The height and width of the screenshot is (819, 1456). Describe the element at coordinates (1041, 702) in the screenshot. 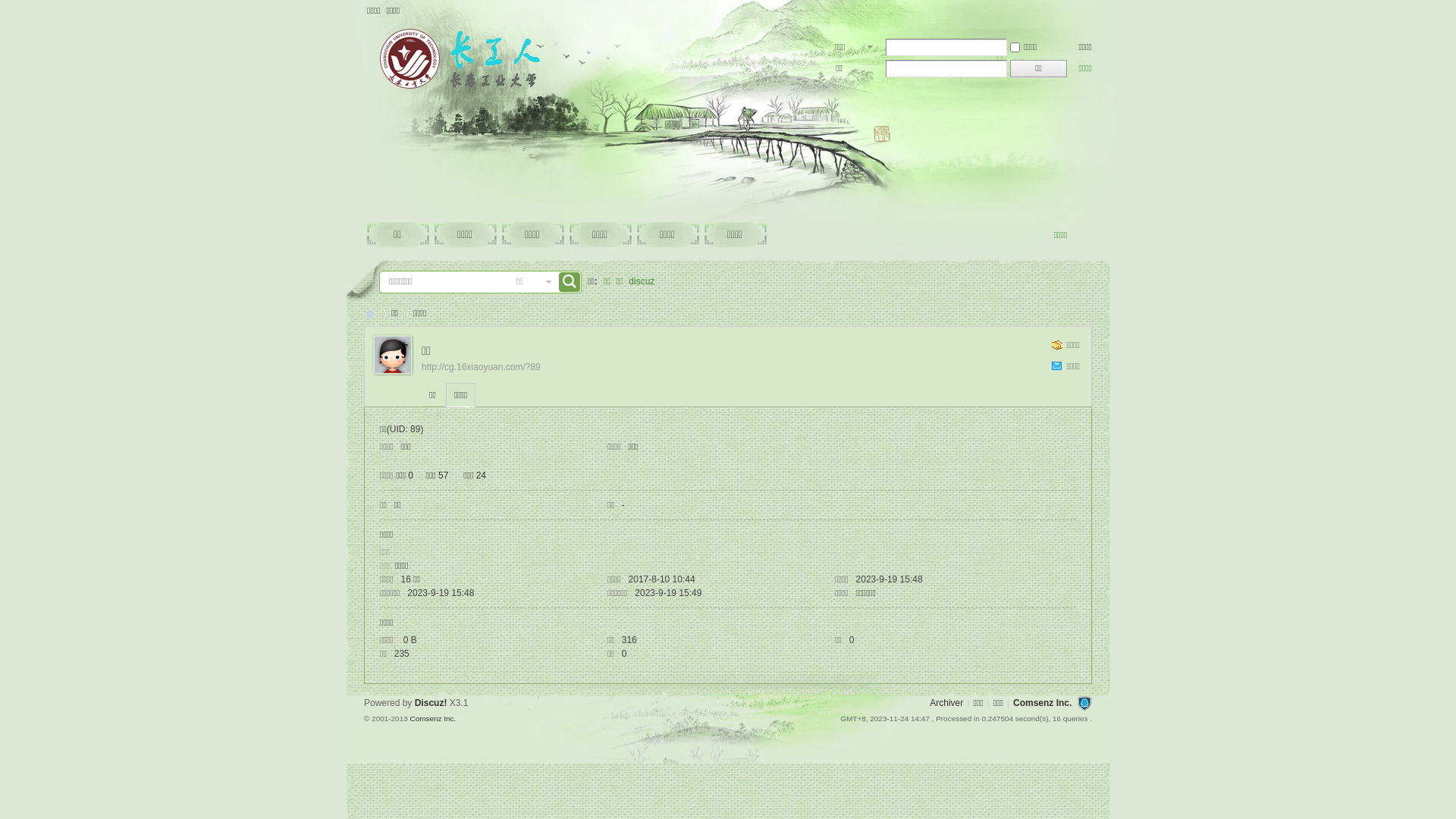

I see `'Comsenz Inc.'` at that location.